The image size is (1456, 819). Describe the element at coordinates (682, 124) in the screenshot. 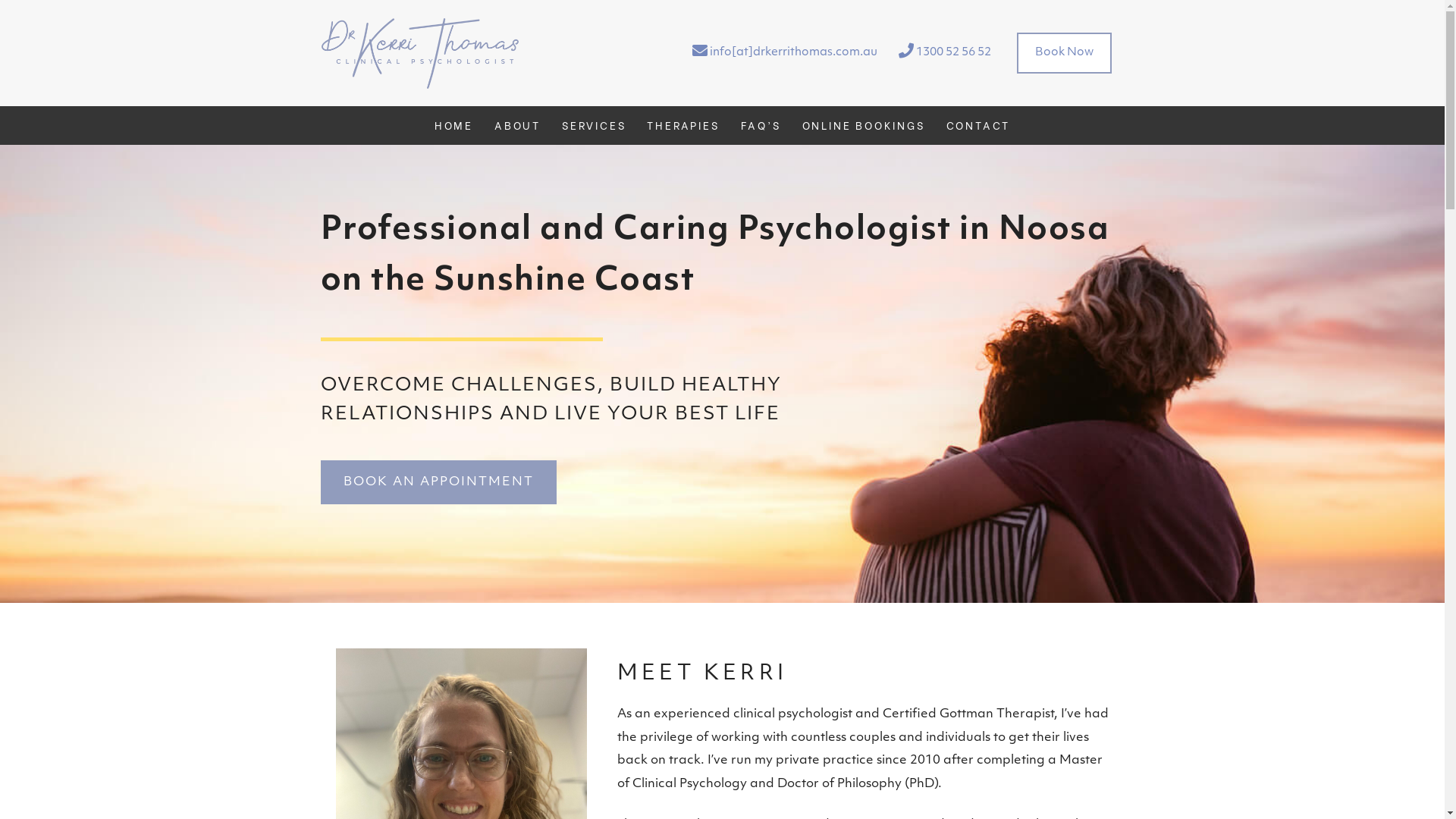

I see `'THERAPIES'` at that location.